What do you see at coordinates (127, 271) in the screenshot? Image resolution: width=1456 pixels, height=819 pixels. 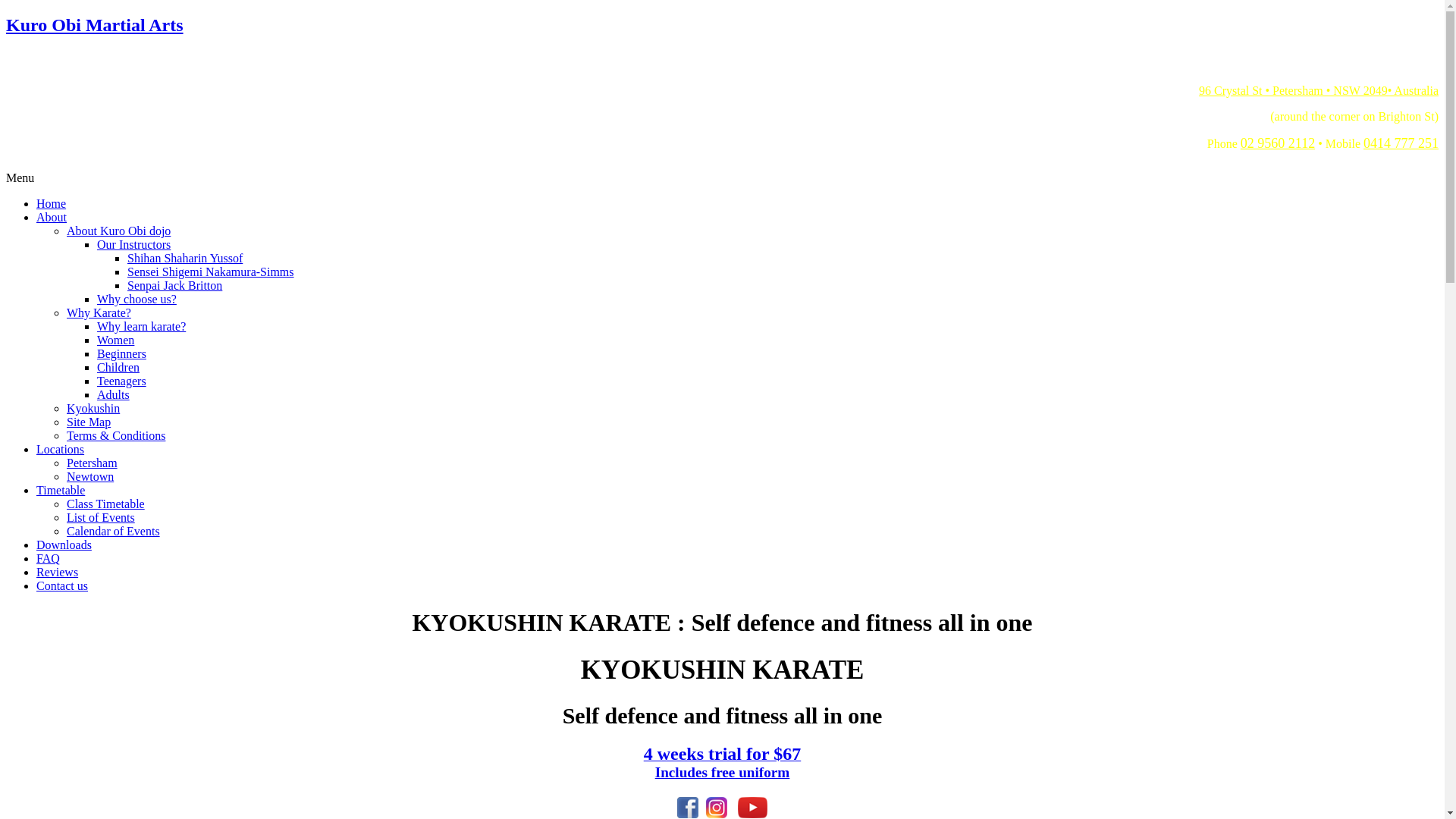 I see `'Sensei Shigemi Nakamura-Simms'` at bounding box center [127, 271].